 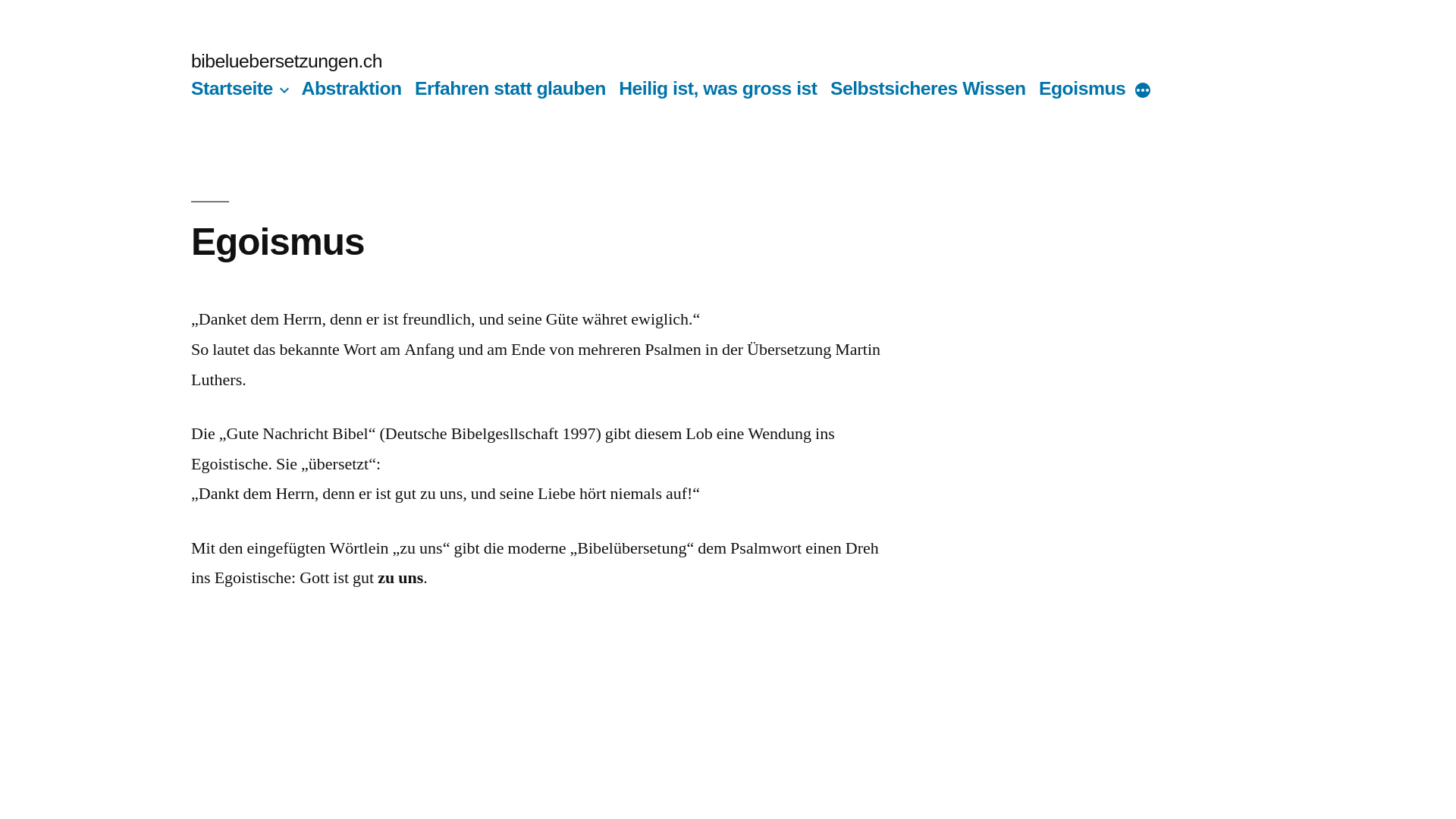 What do you see at coordinates (1081, 88) in the screenshot?
I see `'Egoismus'` at bounding box center [1081, 88].